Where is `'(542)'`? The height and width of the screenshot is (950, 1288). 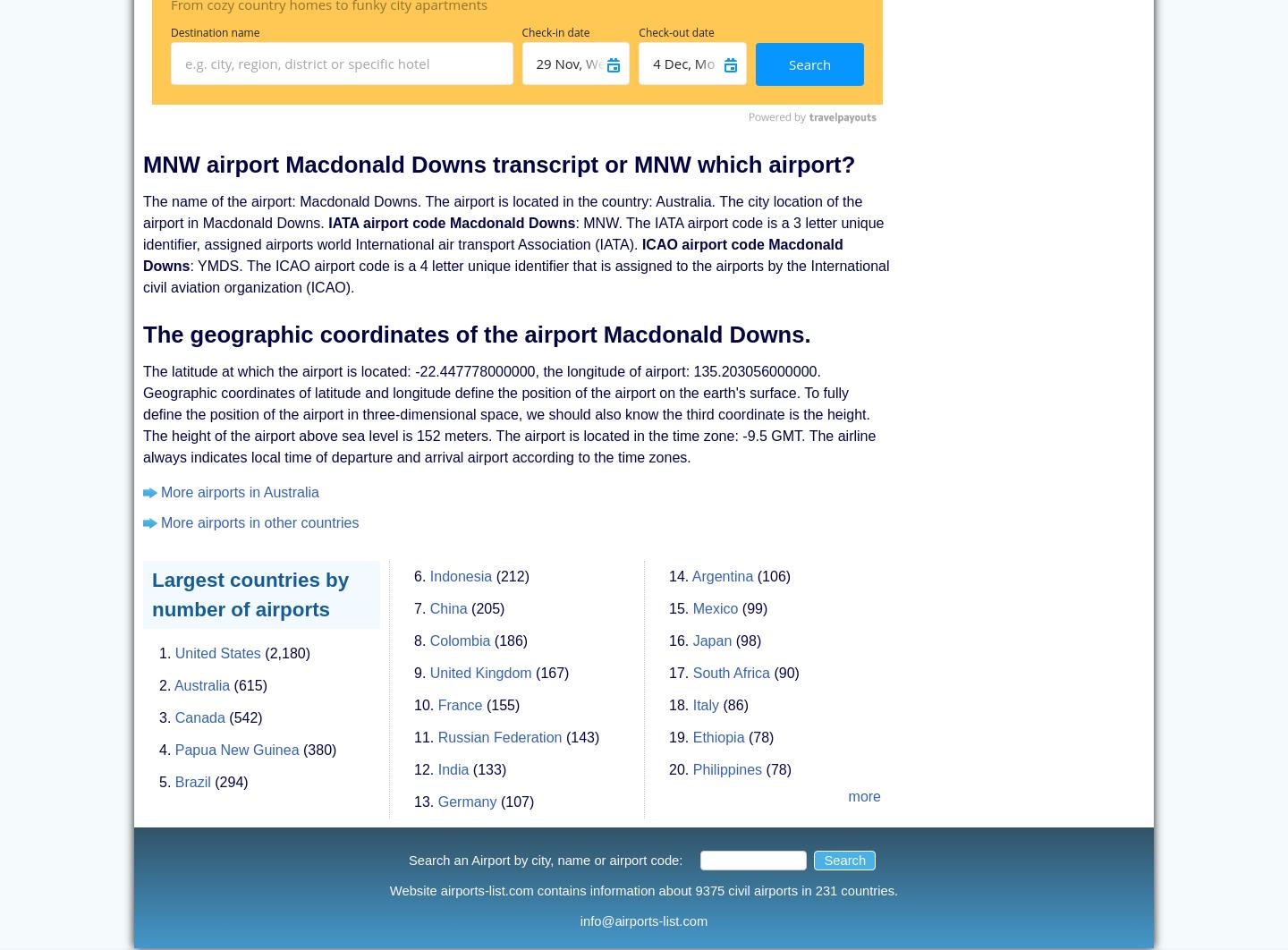 '(542)' is located at coordinates (244, 717).